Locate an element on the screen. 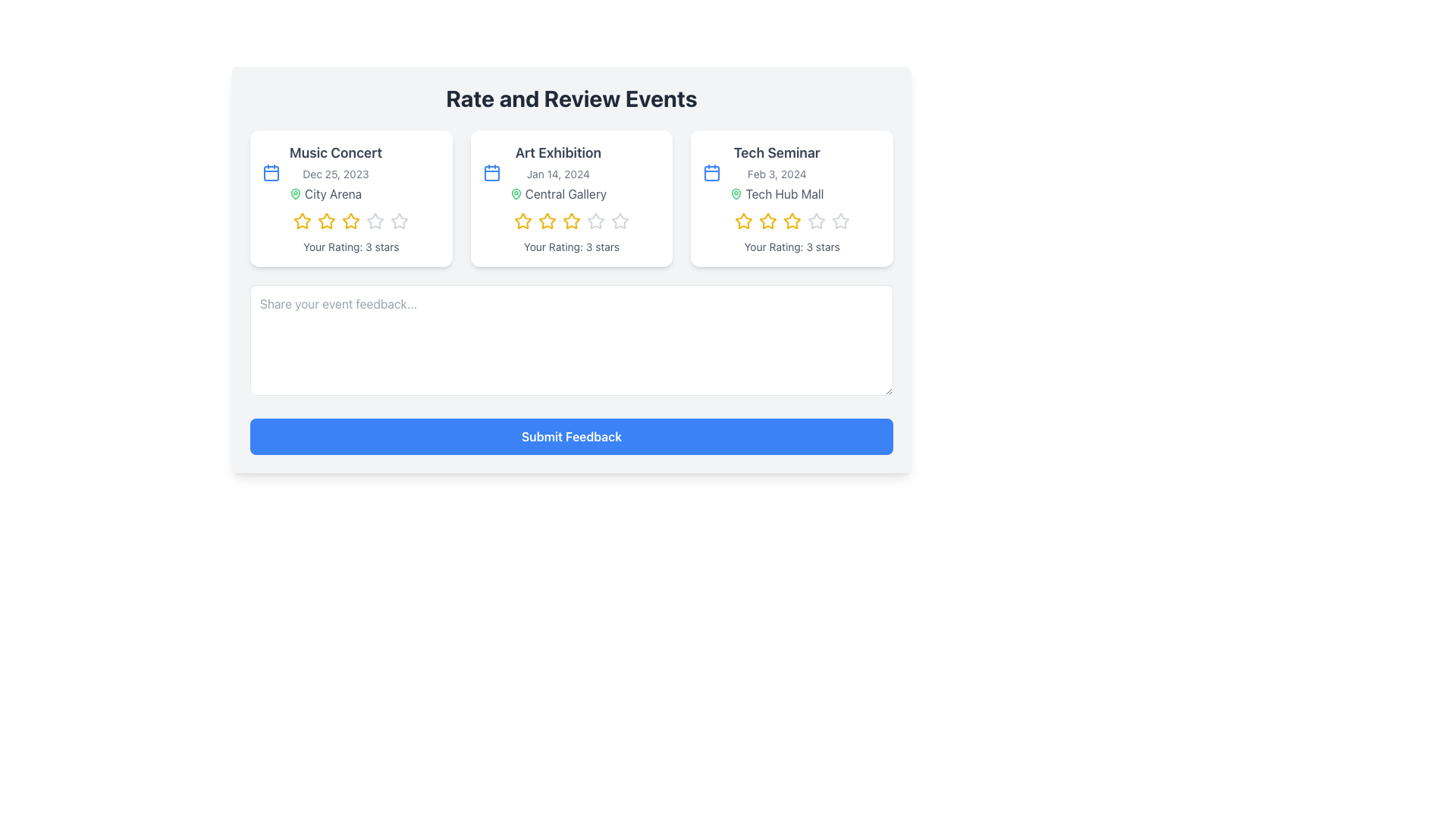  the third star in the 5-star rating system located in the 'Art Exhibition' section is located at coordinates (570, 221).